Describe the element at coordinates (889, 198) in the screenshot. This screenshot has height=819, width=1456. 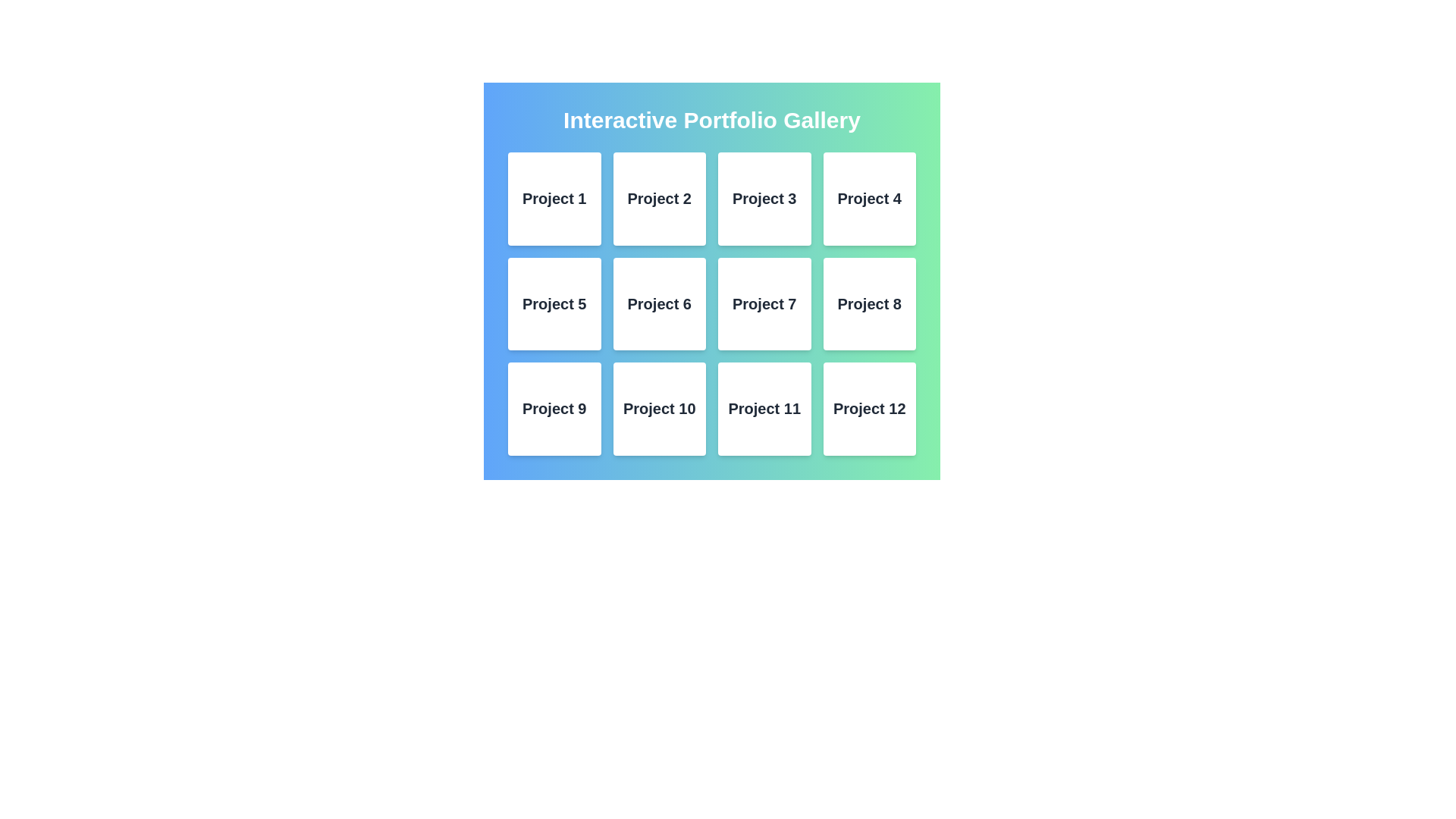
I see `the minimalistic share icon button, represented by three interconnected circles, located in the top-right part of the 'Project 4' card` at that location.